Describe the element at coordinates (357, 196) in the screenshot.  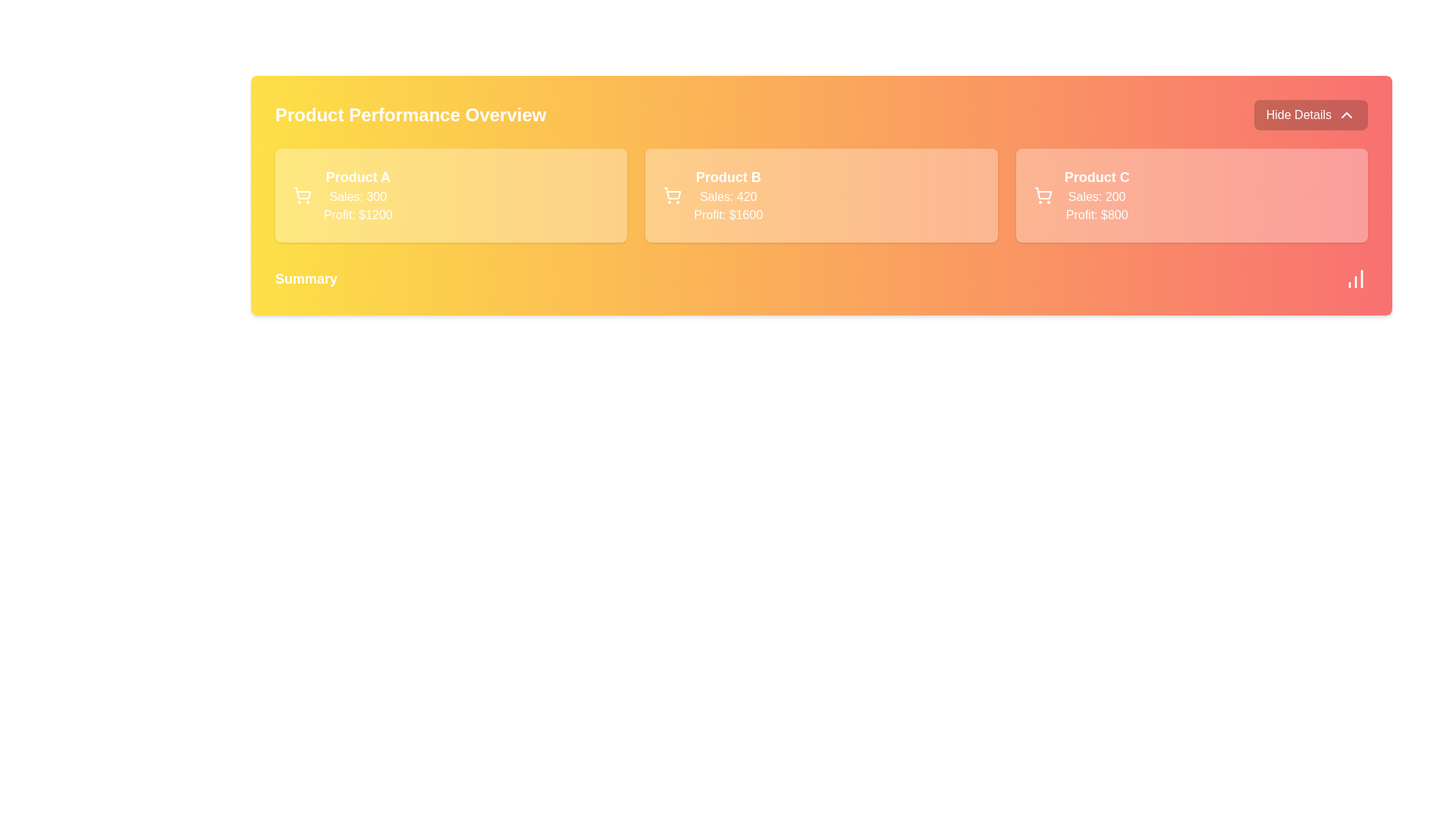
I see `the text label displaying 'Sales: 300' which is positioned beneath 'Product A' and above 'Profit: $1200', on a yellow background` at that location.